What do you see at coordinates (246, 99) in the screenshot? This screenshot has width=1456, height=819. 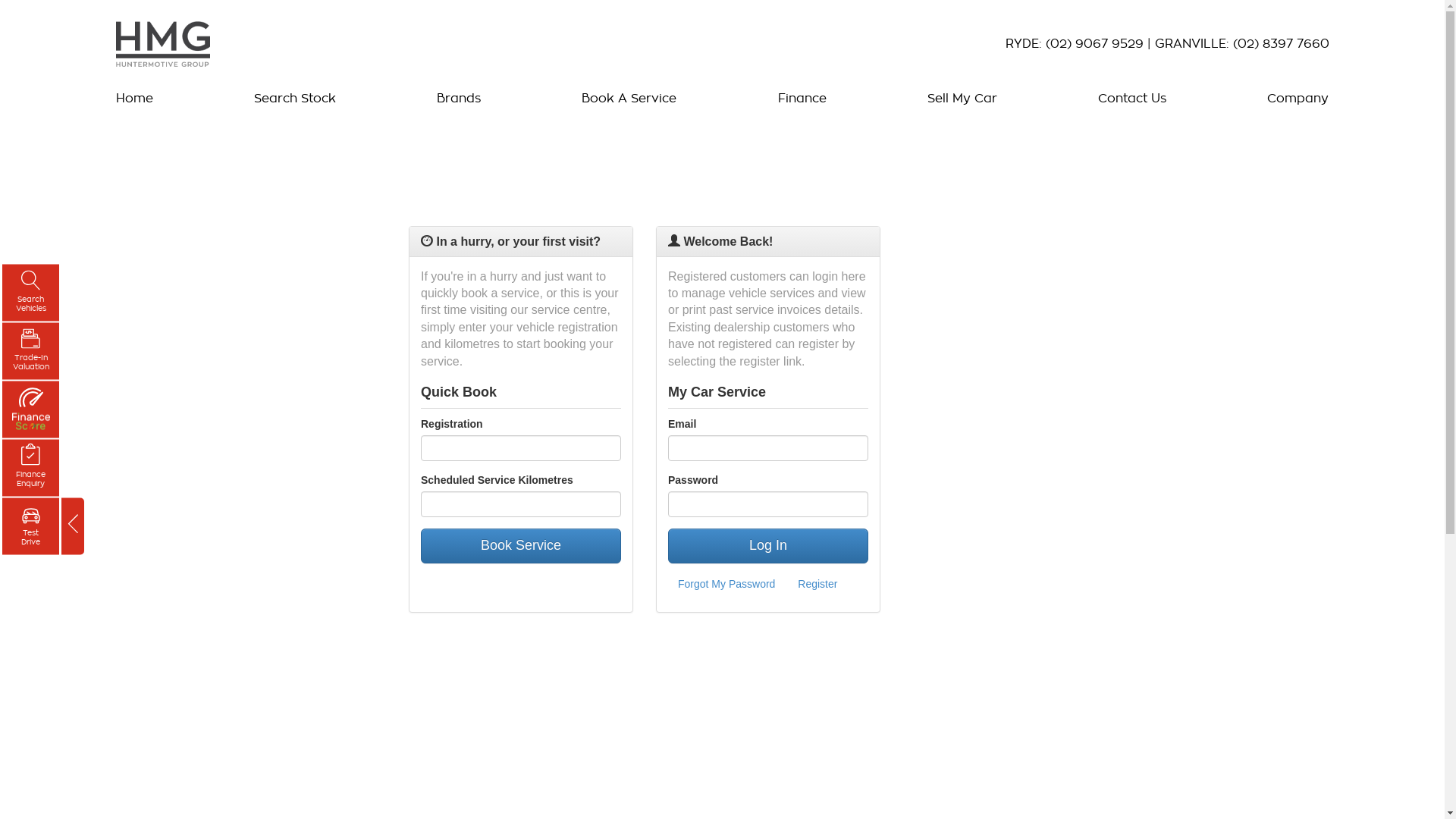 I see `'Search Stock'` at bounding box center [246, 99].